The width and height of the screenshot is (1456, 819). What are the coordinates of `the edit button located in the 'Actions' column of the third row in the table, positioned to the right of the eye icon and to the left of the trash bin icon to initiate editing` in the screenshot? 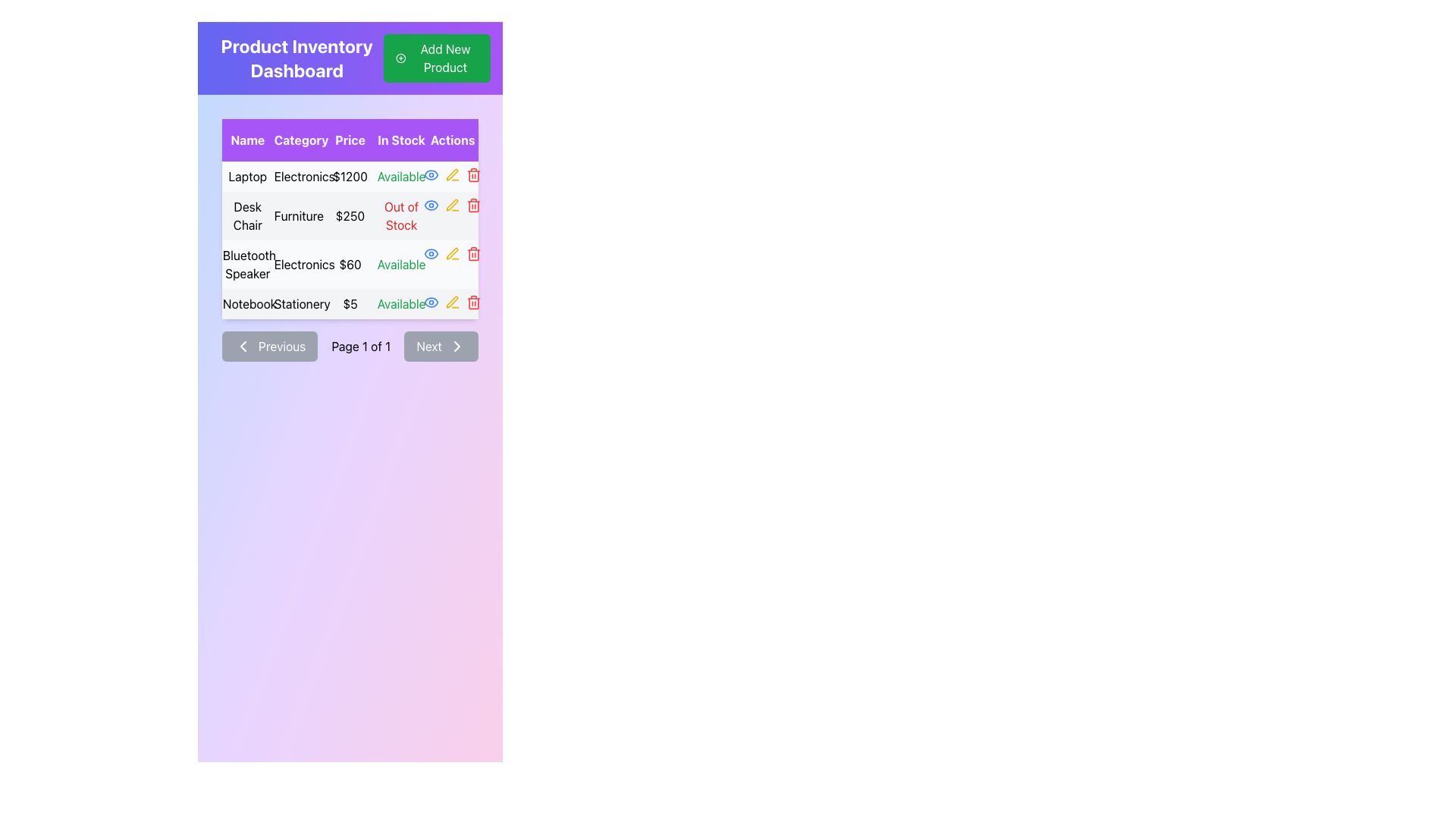 It's located at (452, 205).